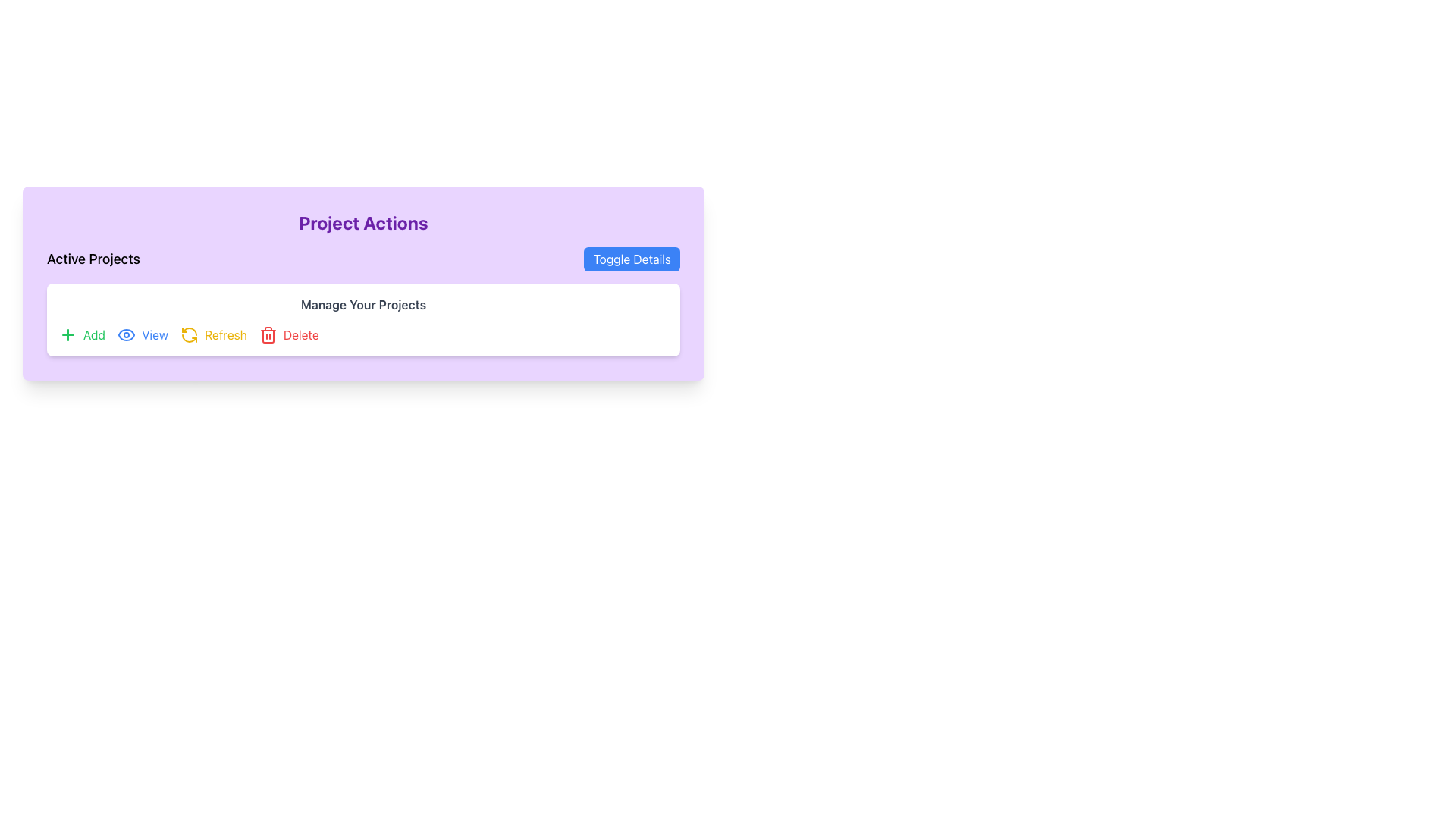  What do you see at coordinates (268, 334) in the screenshot?
I see `the 'Delete' icon located within the 'Delete' button in the Manage Your Projects section, which visually indicates the delete action` at bounding box center [268, 334].